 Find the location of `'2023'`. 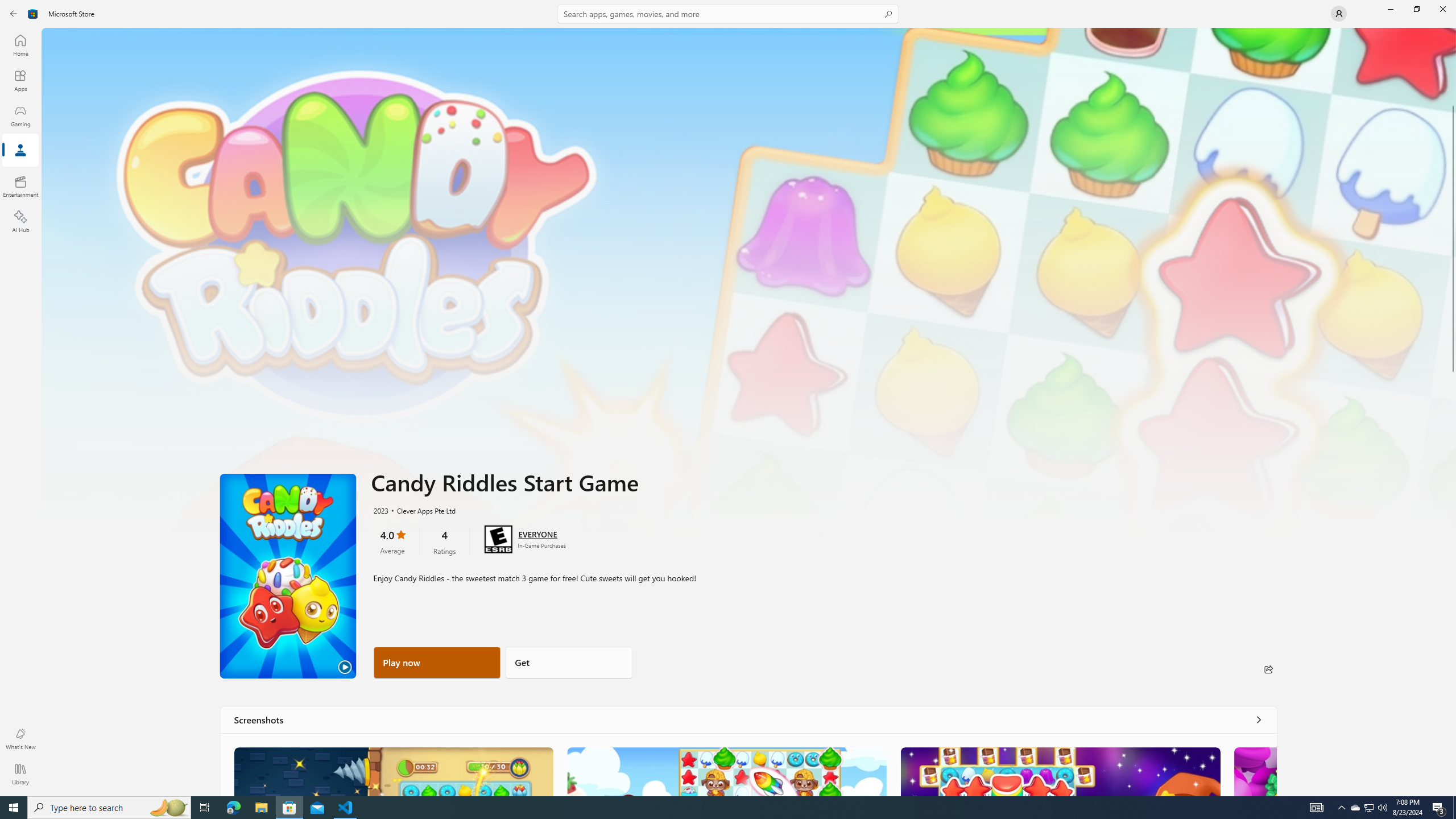

'2023' is located at coordinates (380, 510).